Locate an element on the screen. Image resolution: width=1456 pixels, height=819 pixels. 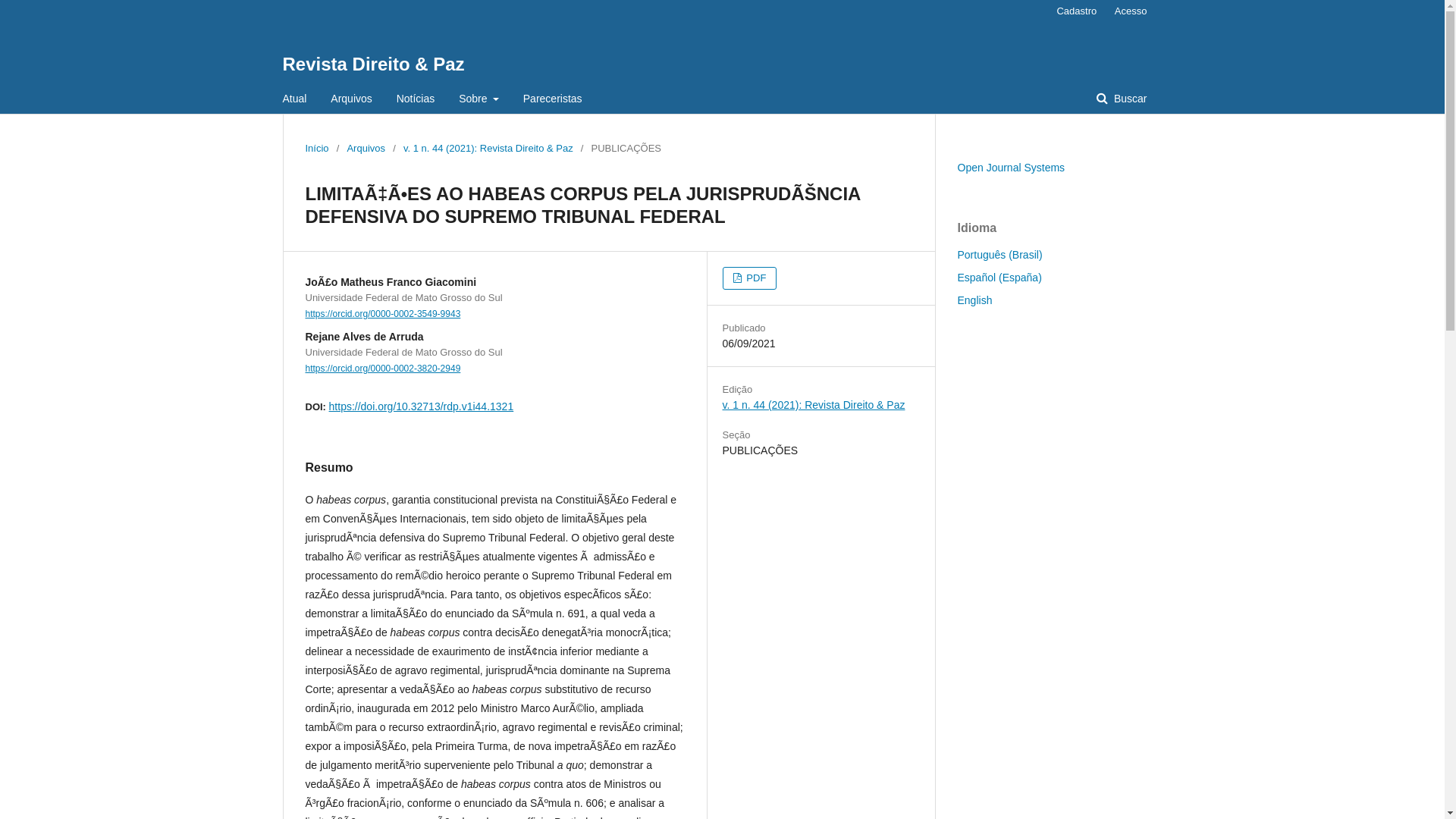
'v. 1 n. 44 (2021): Revista Direito & Paz' is located at coordinates (720, 403).